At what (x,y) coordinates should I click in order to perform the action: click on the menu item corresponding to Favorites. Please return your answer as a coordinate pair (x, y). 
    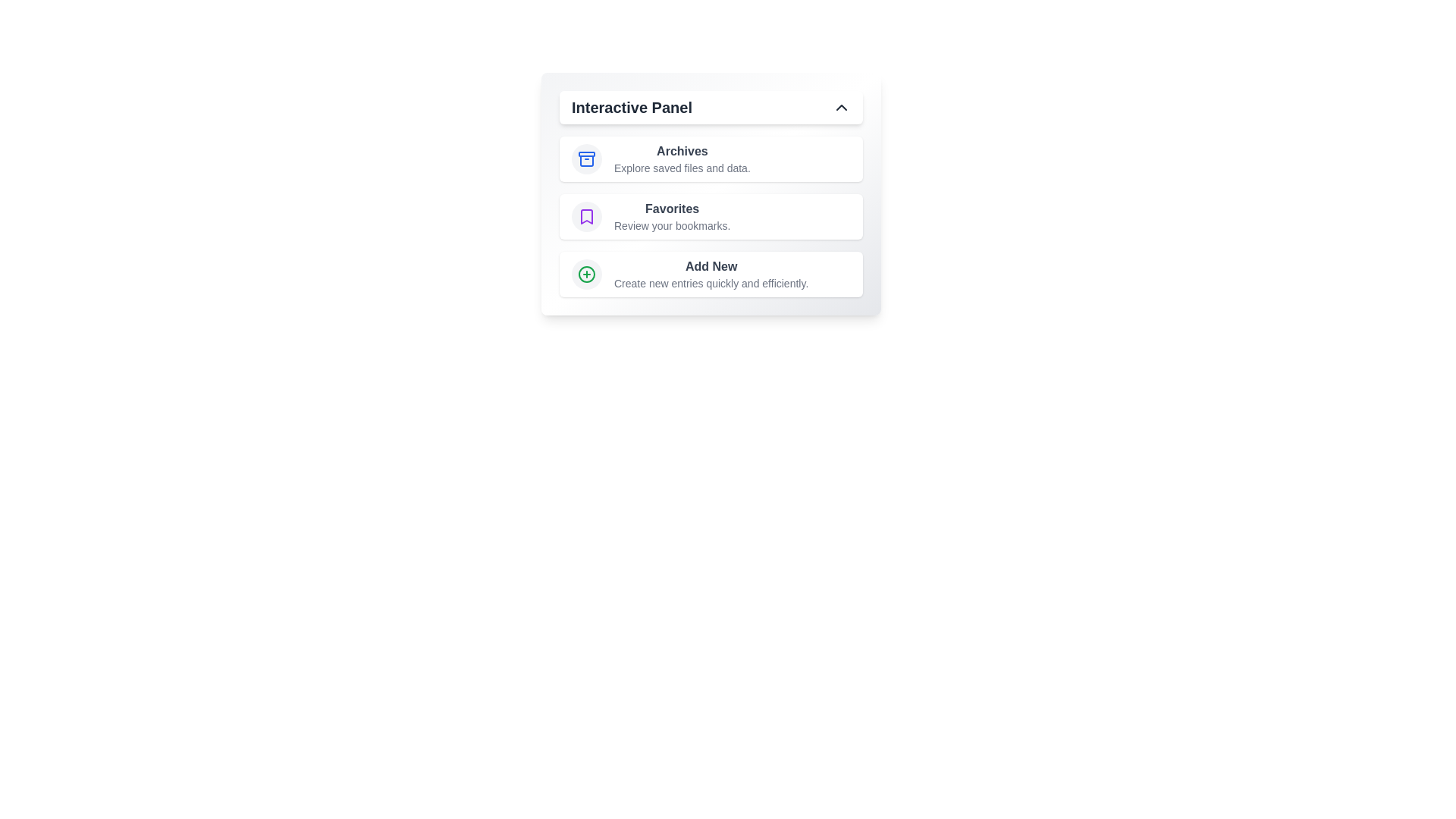
    Looking at the image, I should click on (710, 216).